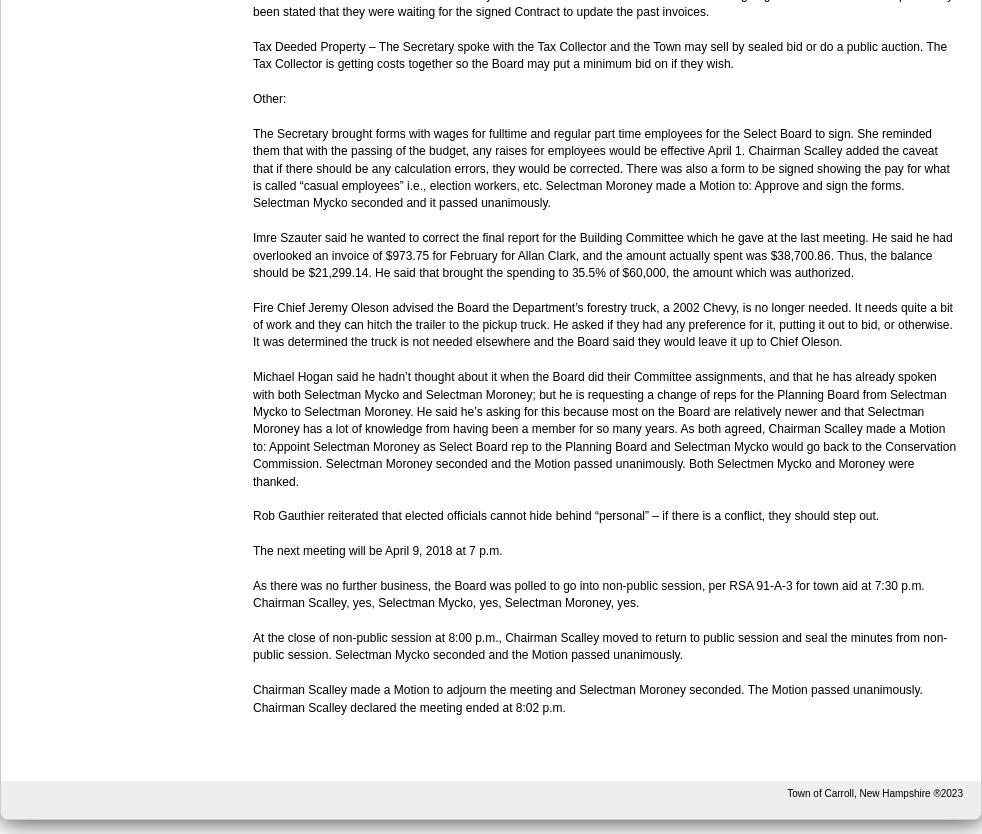 Image resolution: width=982 pixels, height=834 pixels. Describe the element at coordinates (599, 167) in the screenshot. I see `'The Secretary brought forms with wages for fulltime and regular part time employees for the Select Board to sign.  She reminded them that with the passing of the budget, any raises for employees would be effective April 1.  Chairman Scalley added the caveat that if there should be any calculation errors, they would be corrected.  There was also a form to be signed showing the pay for what is called “casual employees” i.e., election workers, etc.  Selectman Moroney made a Motion to:  Approve and sign the forms.  Selectman Mycko seconded and it passed unanimously.'` at that location.